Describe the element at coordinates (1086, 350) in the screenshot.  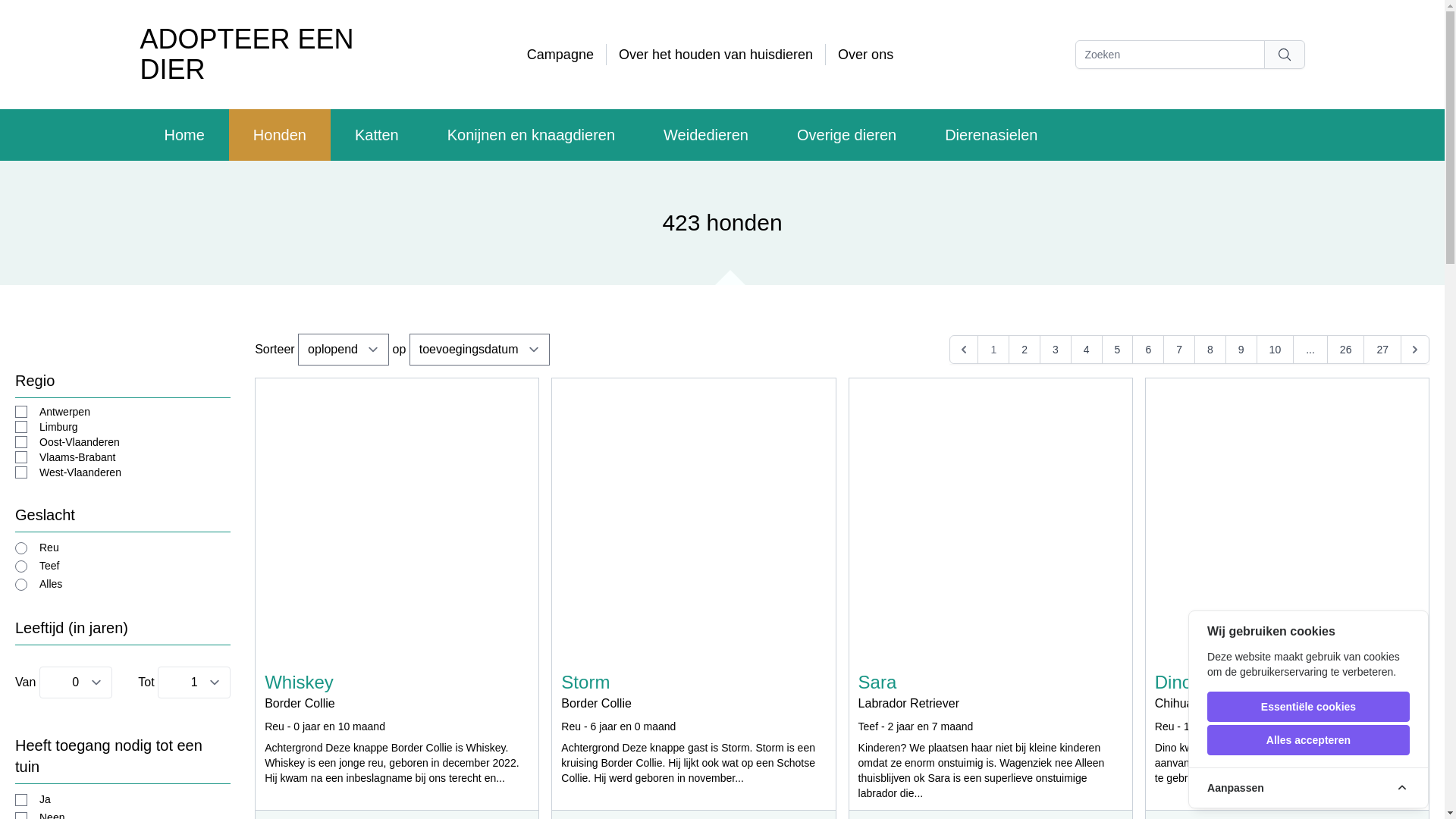
I see `'4'` at that location.